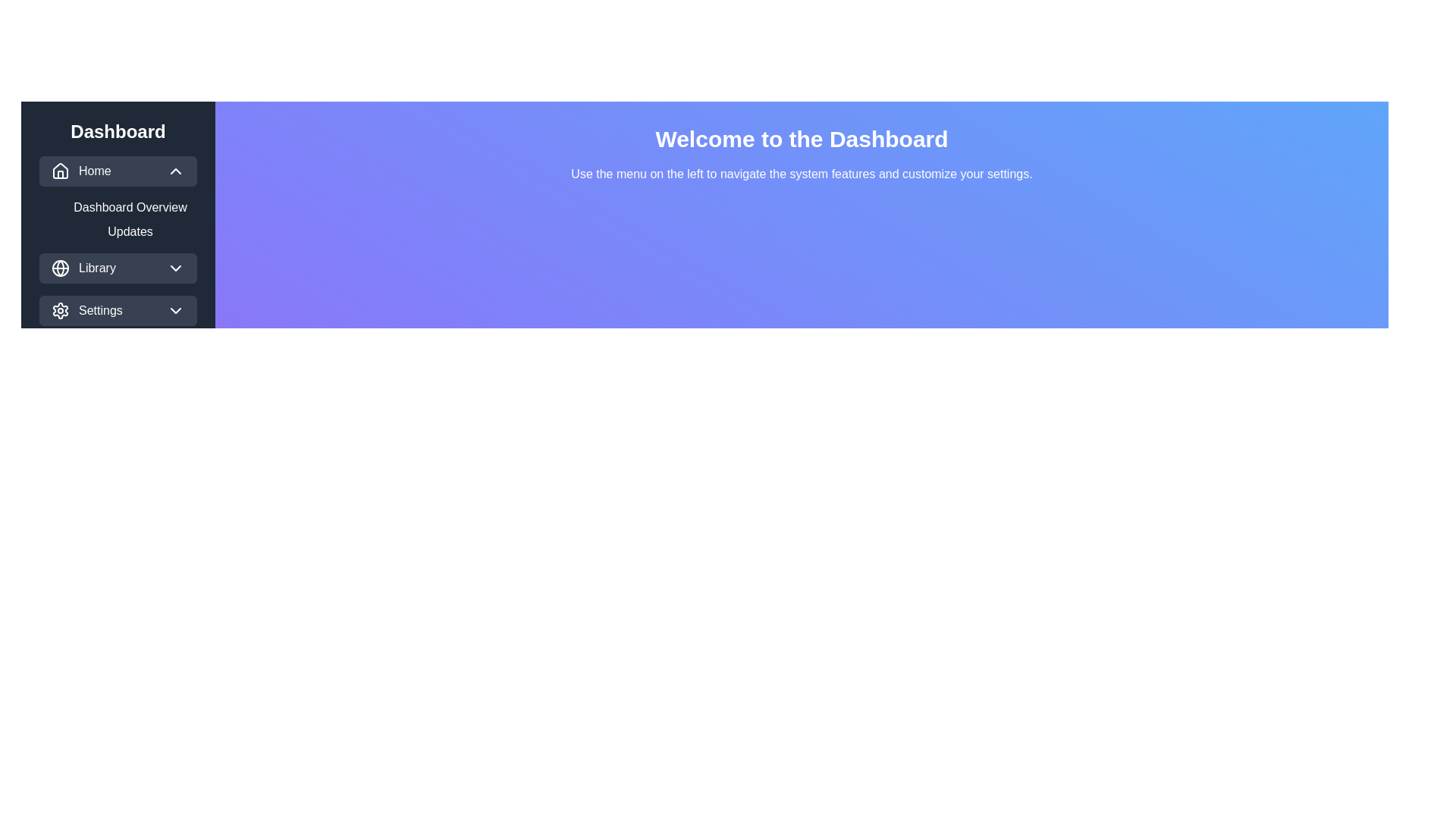 This screenshot has width=1456, height=819. What do you see at coordinates (86, 309) in the screenshot?
I see `the settings option in the navigation menu` at bounding box center [86, 309].